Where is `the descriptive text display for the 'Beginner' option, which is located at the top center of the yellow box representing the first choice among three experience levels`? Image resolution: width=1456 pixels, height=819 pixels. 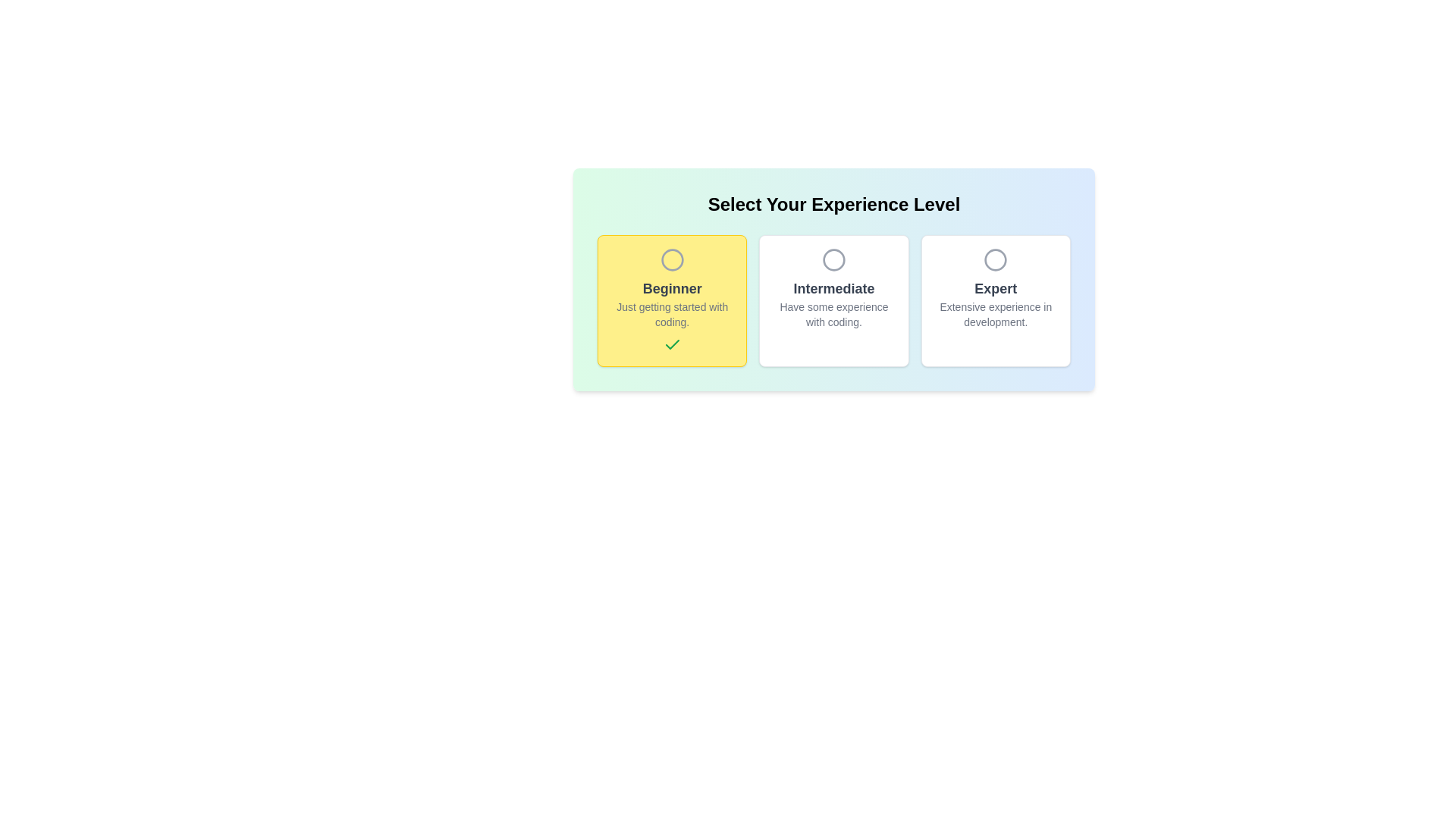 the descriptive text display for the 'Beginner' option, which is located at the top center of the yellow box representing the first choice among three experience levels is located at coordinates (671, 304).